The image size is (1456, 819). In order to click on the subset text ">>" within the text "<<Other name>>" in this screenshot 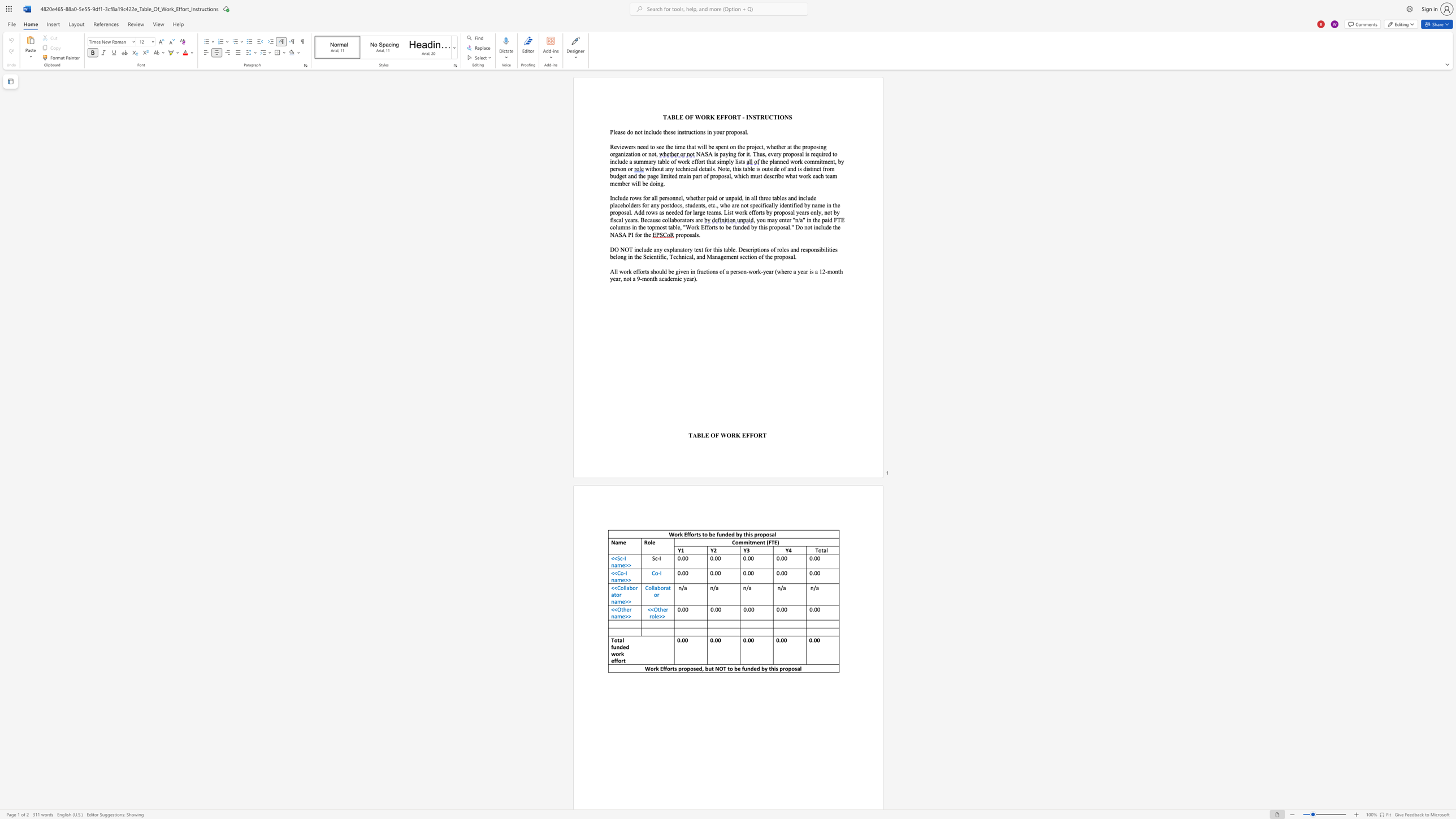, I will do `click(625, 616)`.